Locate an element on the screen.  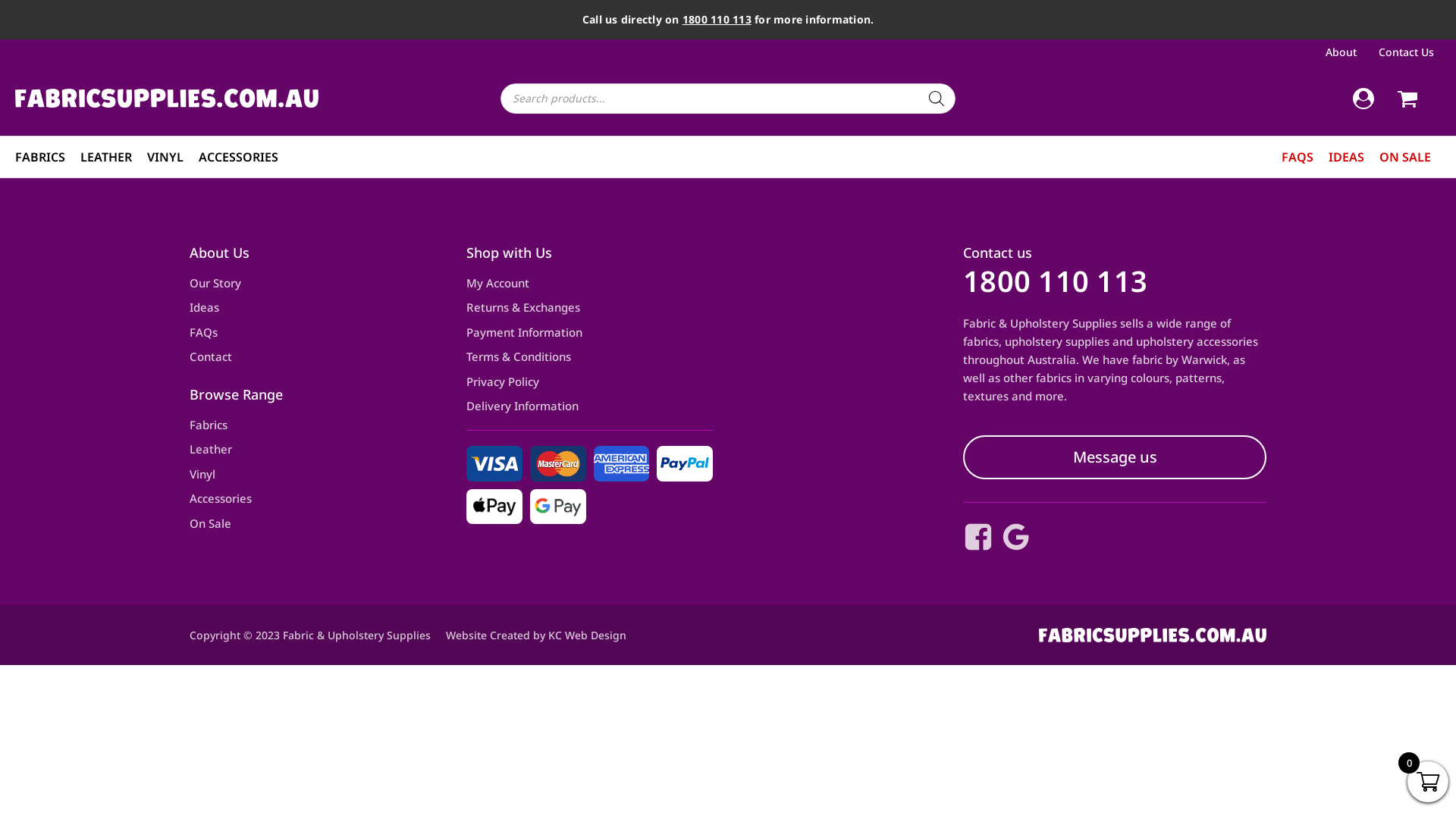
'LEATHER' is located at coordinates (105, 157).